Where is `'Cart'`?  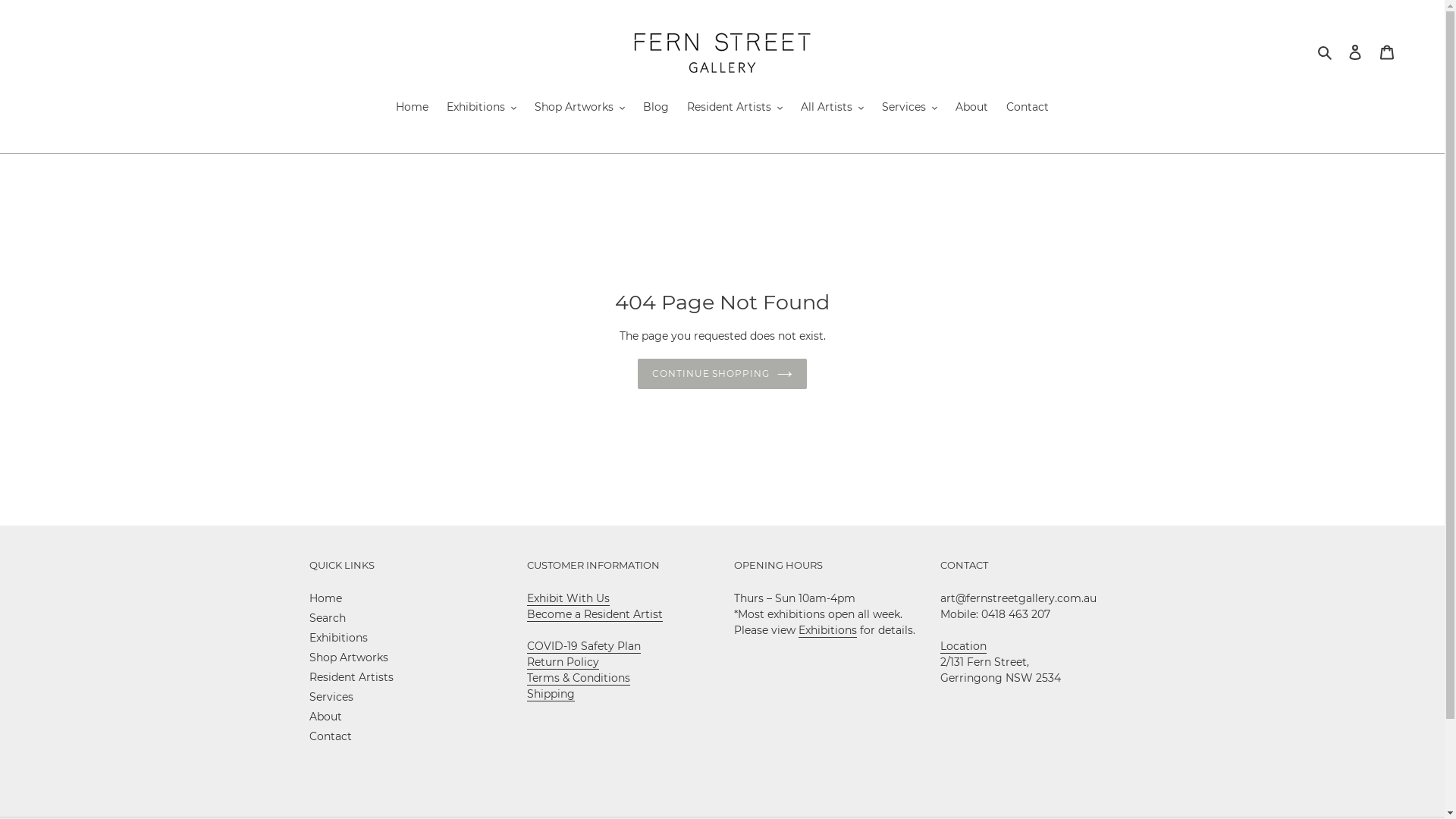 'Cart' is located at coordinates (1386, 50).